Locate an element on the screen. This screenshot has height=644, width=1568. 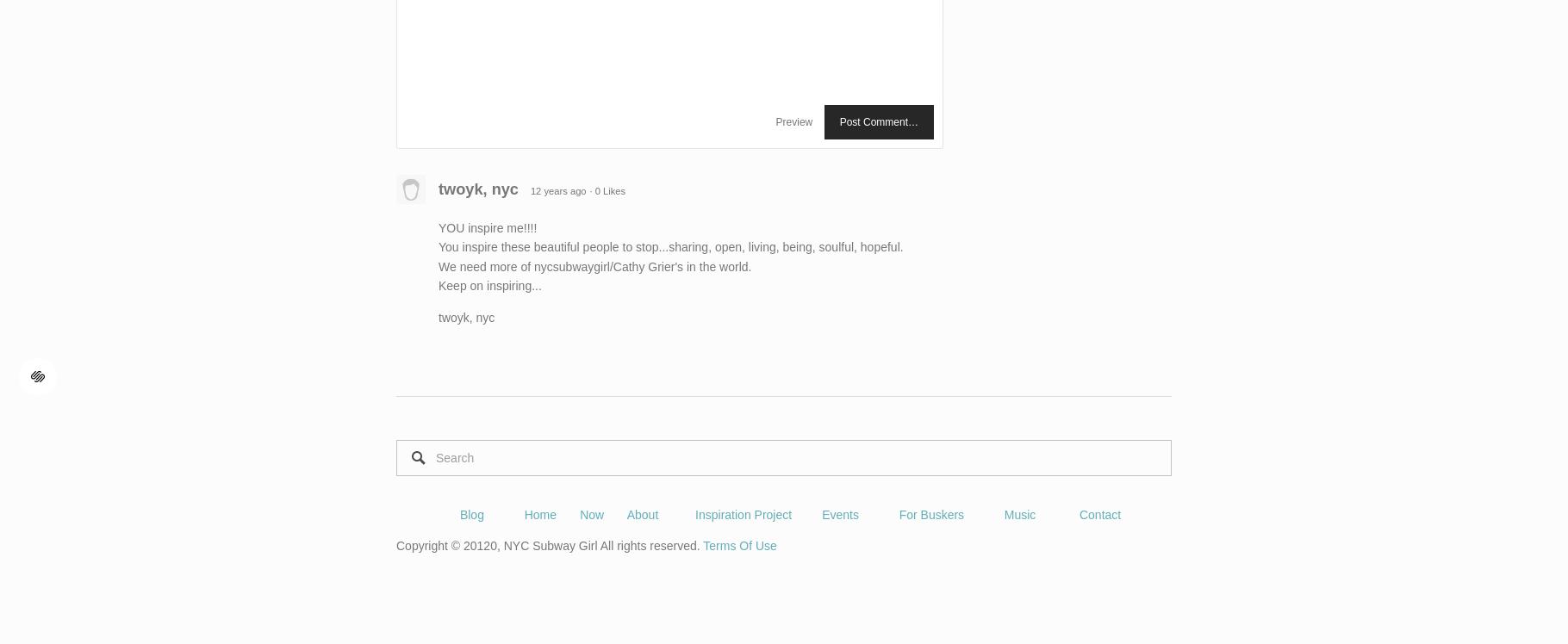
'Copyright © 20120, NYC Subway Girl All rights reserved.' is located at coordinates (549, 545).